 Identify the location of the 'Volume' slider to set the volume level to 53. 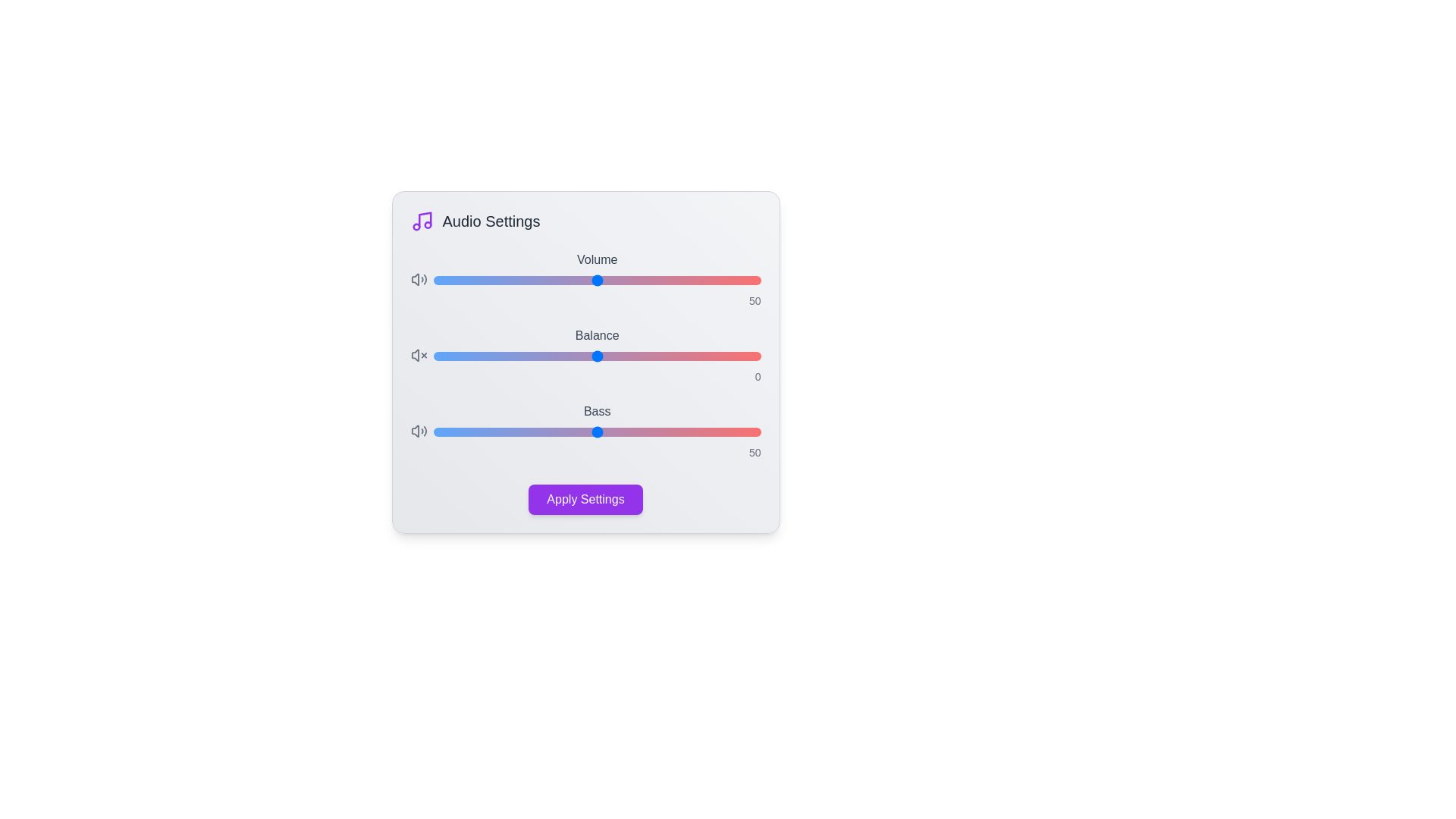
(607, 281).